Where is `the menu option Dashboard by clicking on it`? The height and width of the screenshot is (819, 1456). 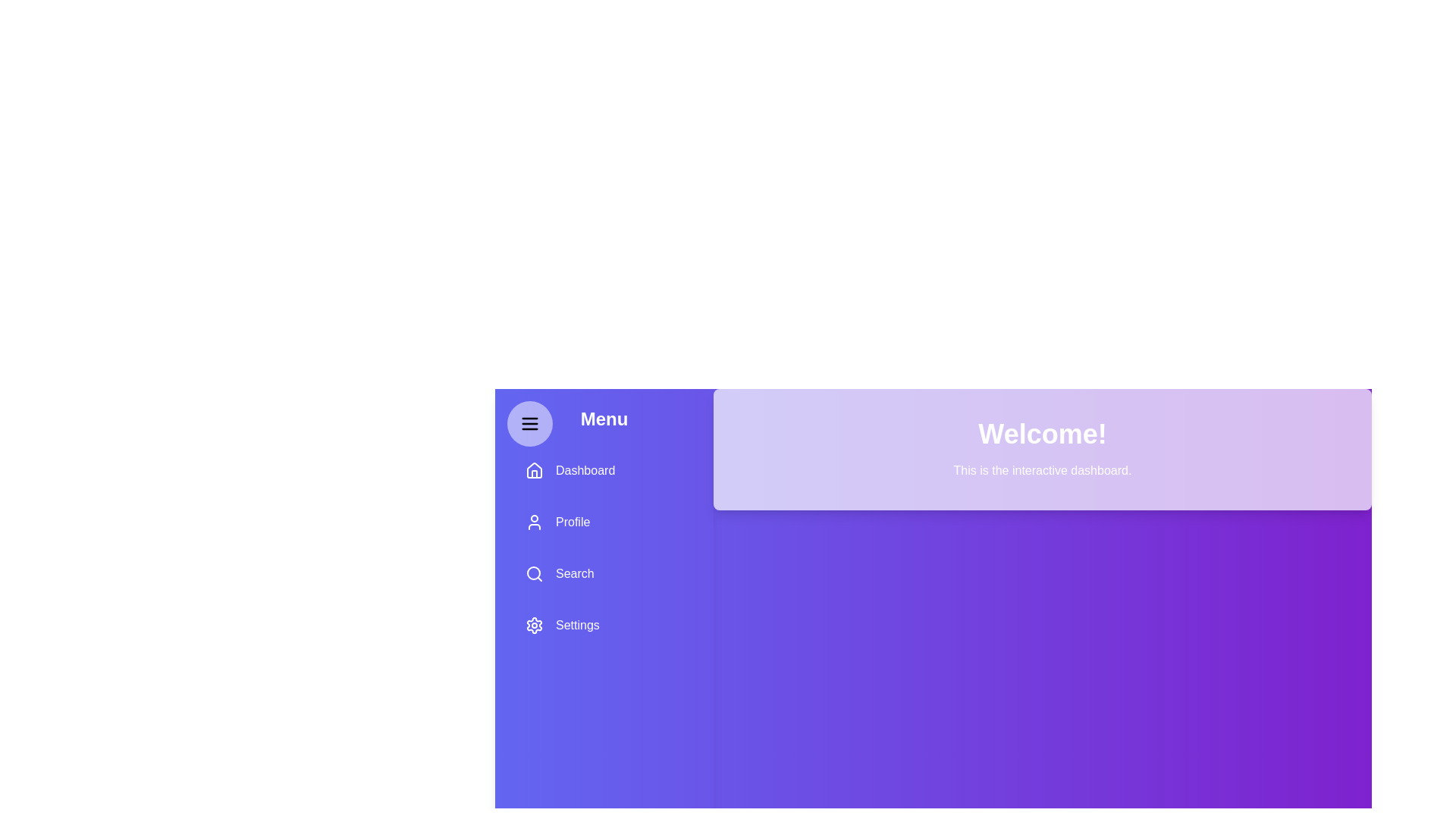 the menu option Dashboard by clicking on it is located at coordinates (603, 470).